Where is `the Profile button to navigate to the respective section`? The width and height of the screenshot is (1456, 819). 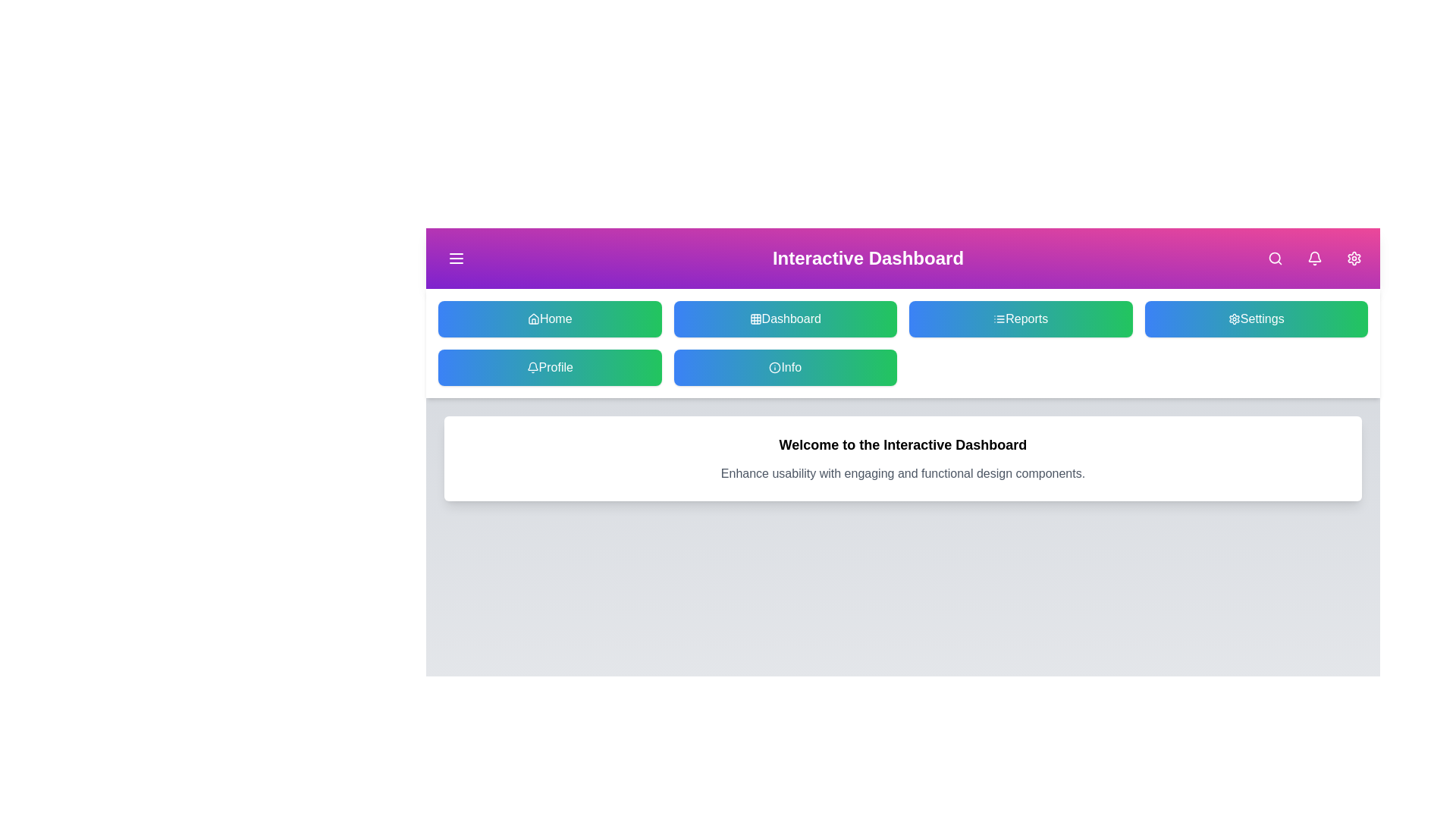 the Profile button to navigate to the respective section is located at coordinates (549, 368).